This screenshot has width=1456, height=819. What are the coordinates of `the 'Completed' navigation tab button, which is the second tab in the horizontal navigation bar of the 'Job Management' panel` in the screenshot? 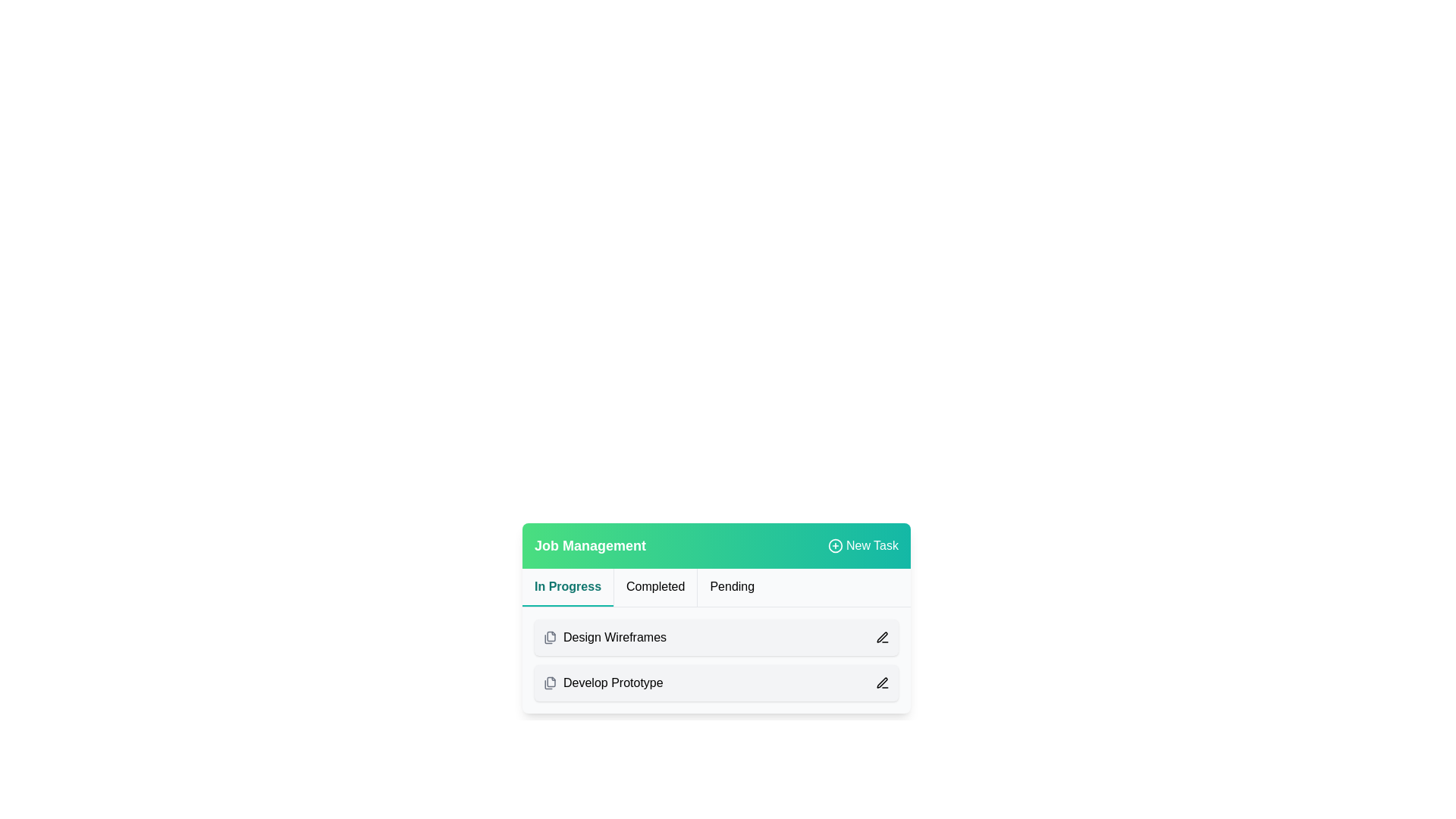 It's located at (655, 587).